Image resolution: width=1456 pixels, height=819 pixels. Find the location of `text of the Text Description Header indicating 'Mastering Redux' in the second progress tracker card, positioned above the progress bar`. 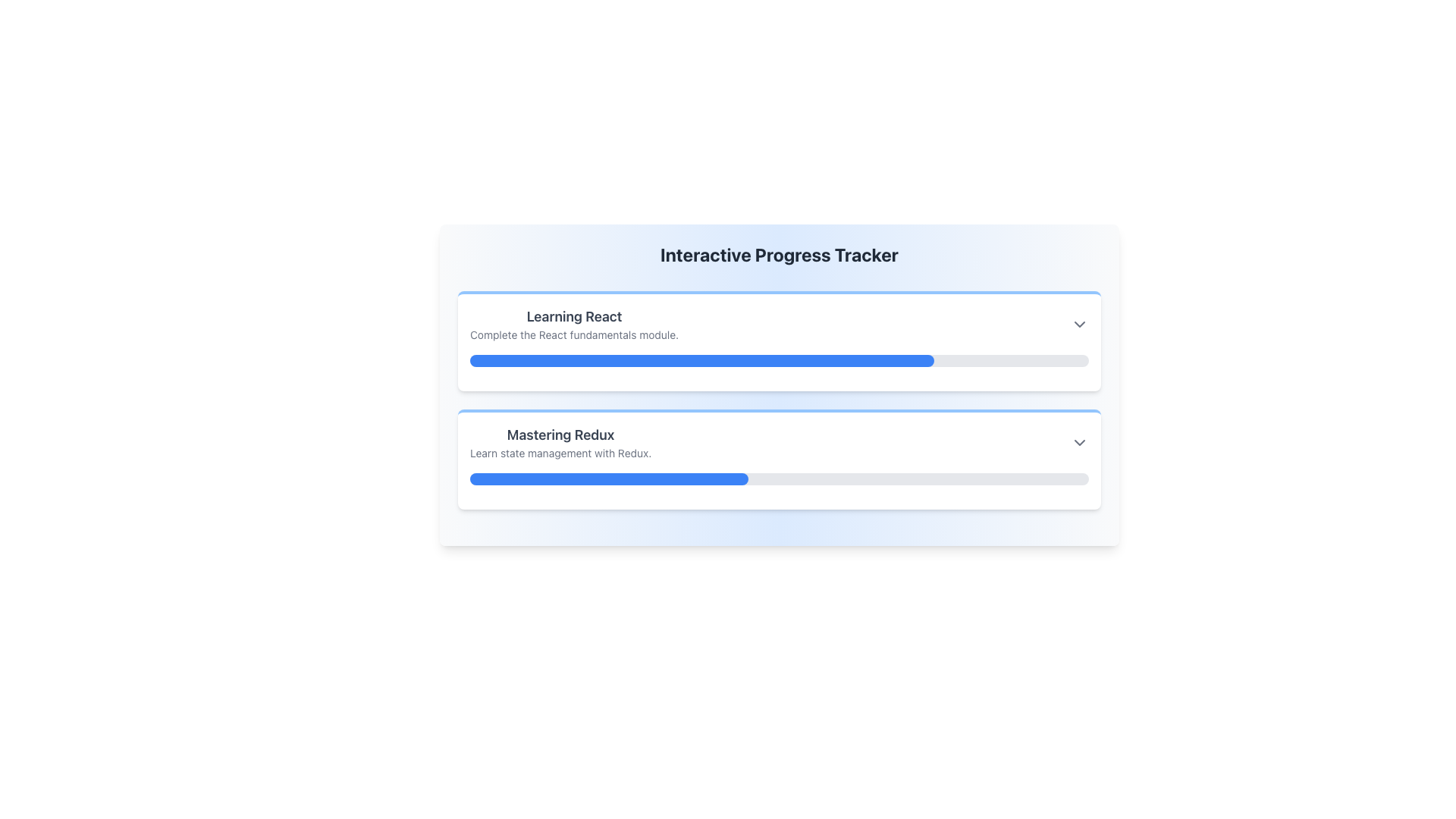

text of the Text Description Header indicating 'Mastering Redux' in the second progress tracker card, positioned above the progress bar is located at coordinates (560, 442).